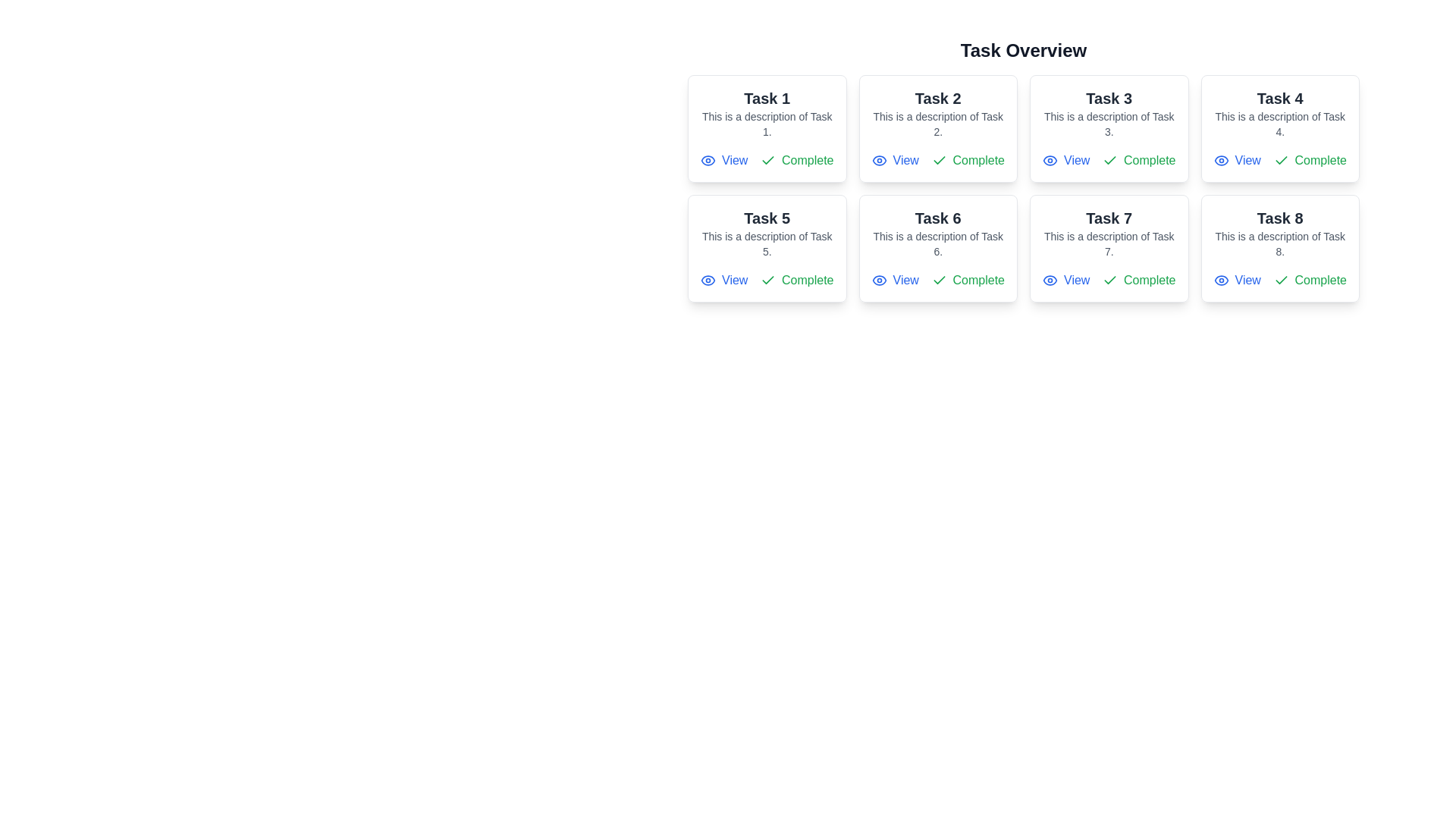 This screenshot has height=819, width=1456. I want to click on the small green checkmark icon indicating task completion next to the text 'Complete' in 'Task 6', so click(938, 281).